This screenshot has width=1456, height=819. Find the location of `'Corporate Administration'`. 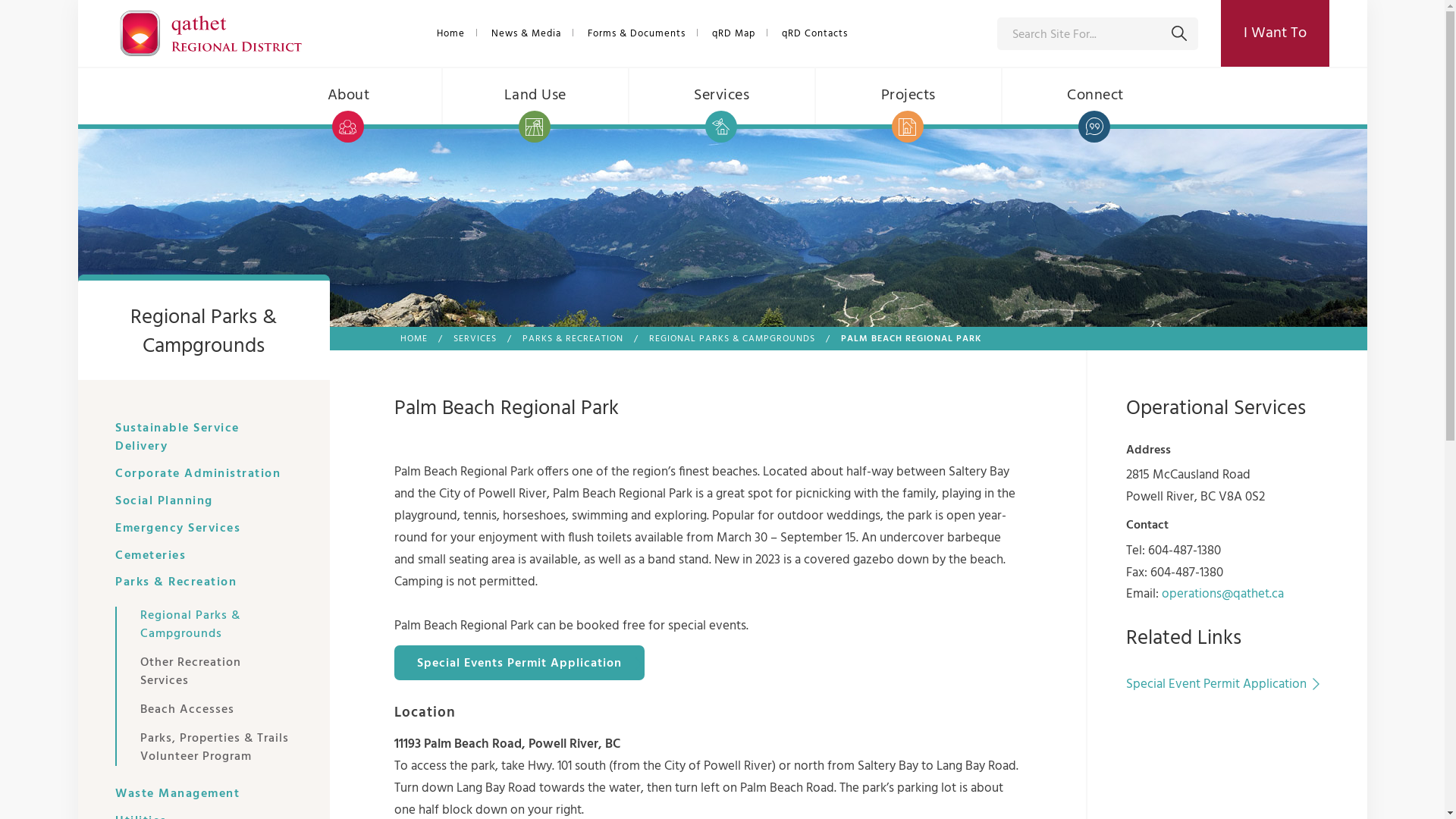

'Corporate Administration' is located at coordinates (196, 472).